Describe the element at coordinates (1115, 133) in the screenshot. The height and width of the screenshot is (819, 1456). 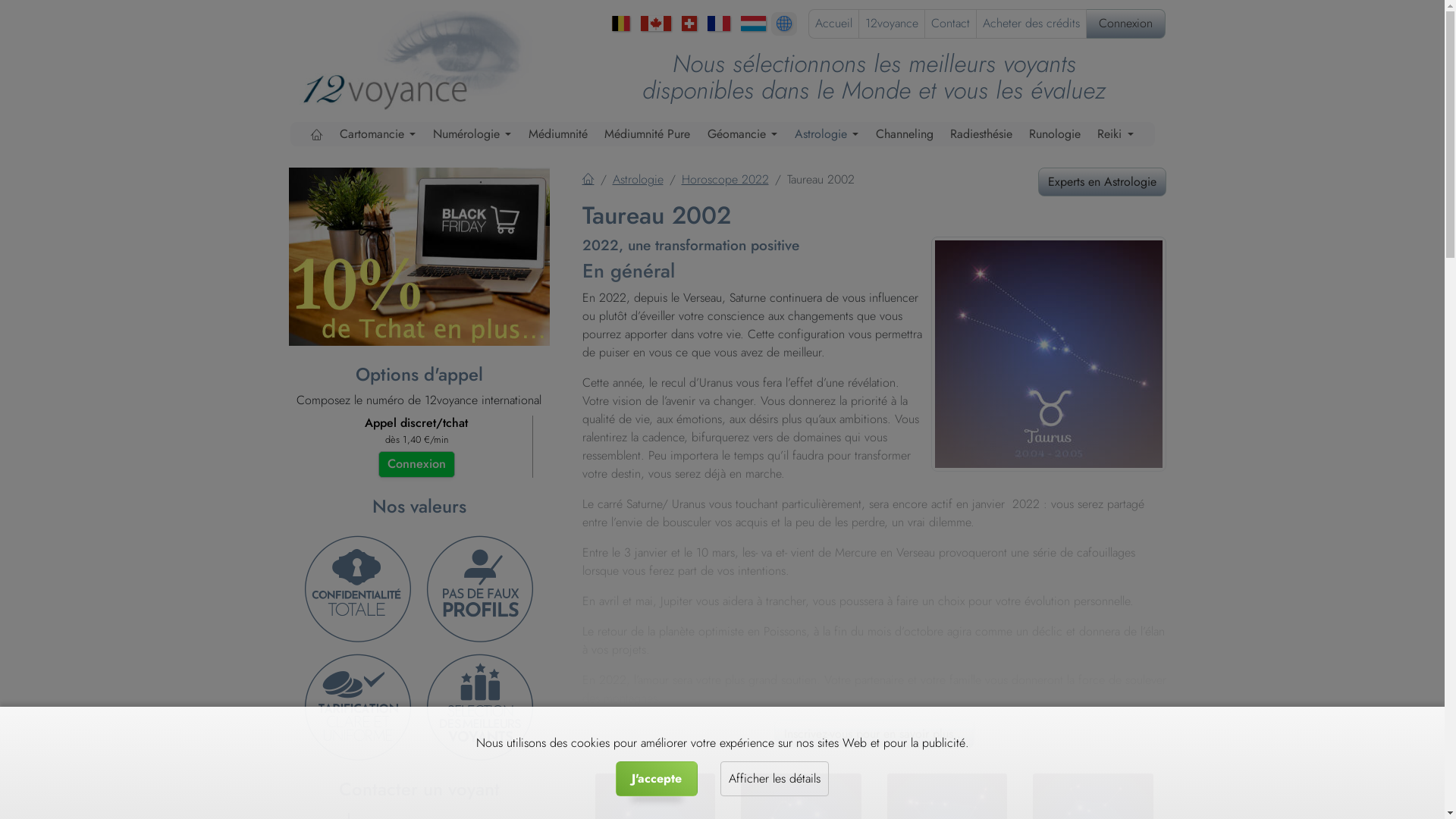
I see `'Reiki'` at that location.